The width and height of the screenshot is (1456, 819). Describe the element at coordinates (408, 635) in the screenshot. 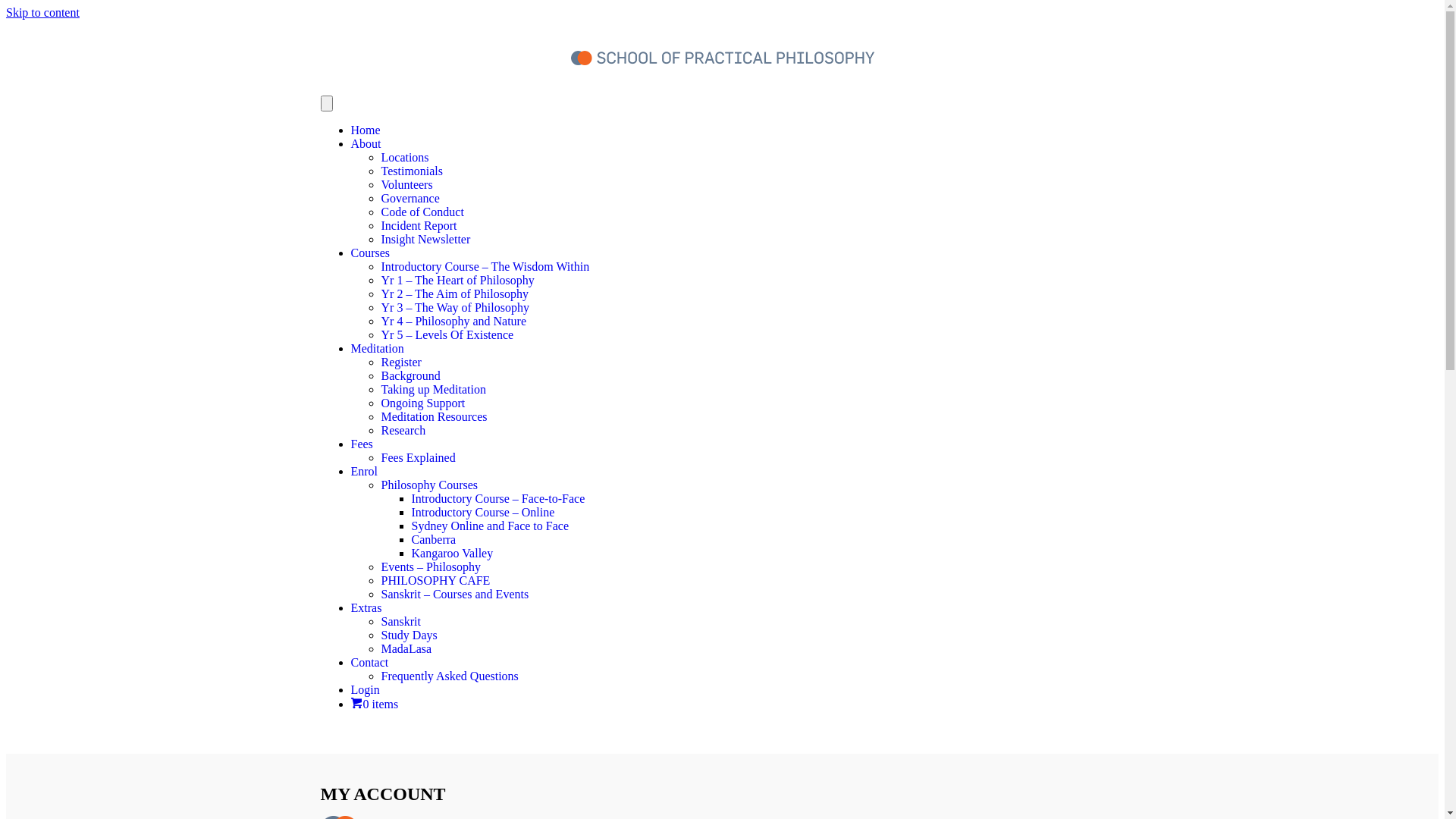

I see `'Study Days'` at that location.